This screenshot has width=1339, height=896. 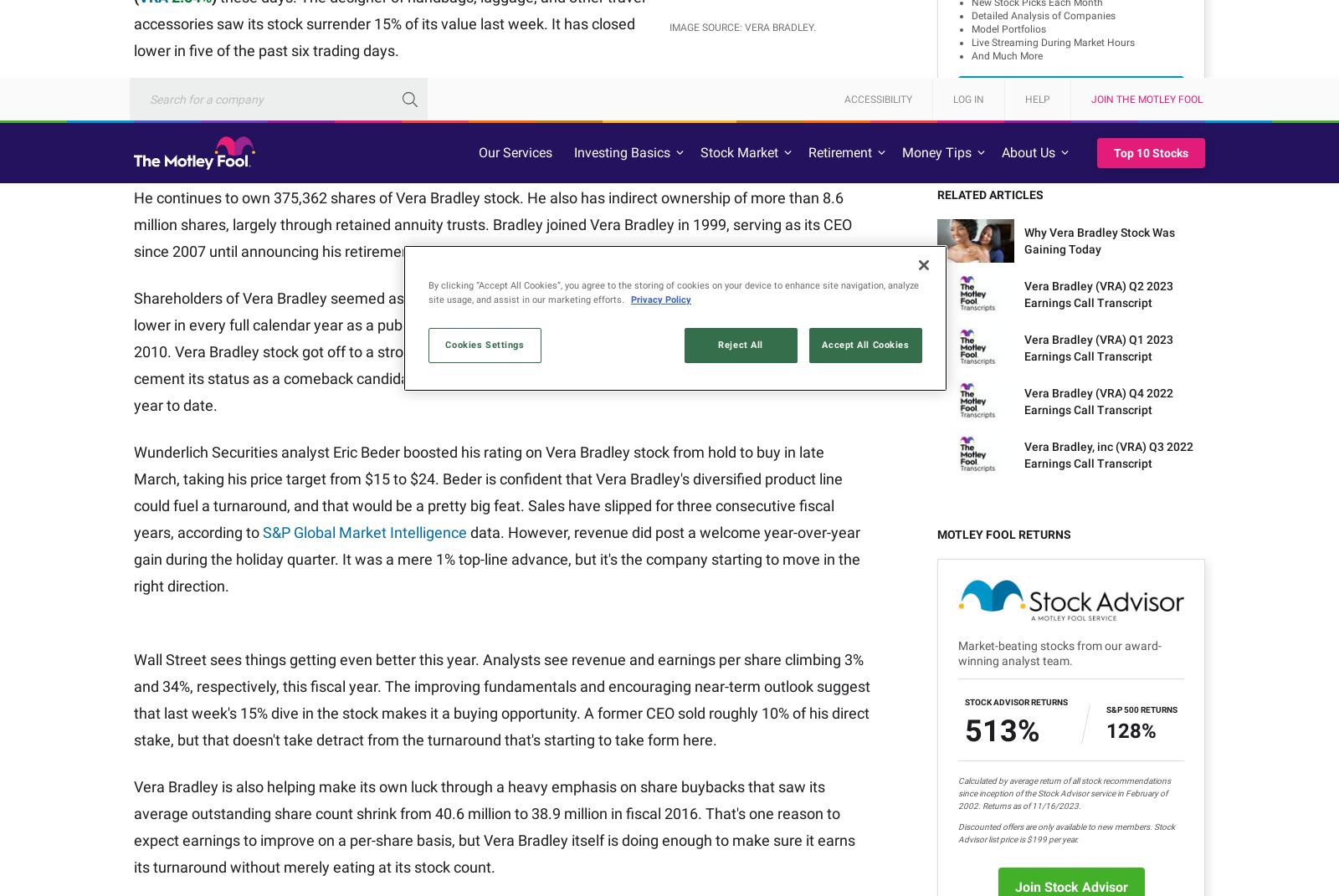 What do you see at coordinates (951, 644) in the screenshot?
I see `'Financial Dictionary'` at bounding box center [951, 644].